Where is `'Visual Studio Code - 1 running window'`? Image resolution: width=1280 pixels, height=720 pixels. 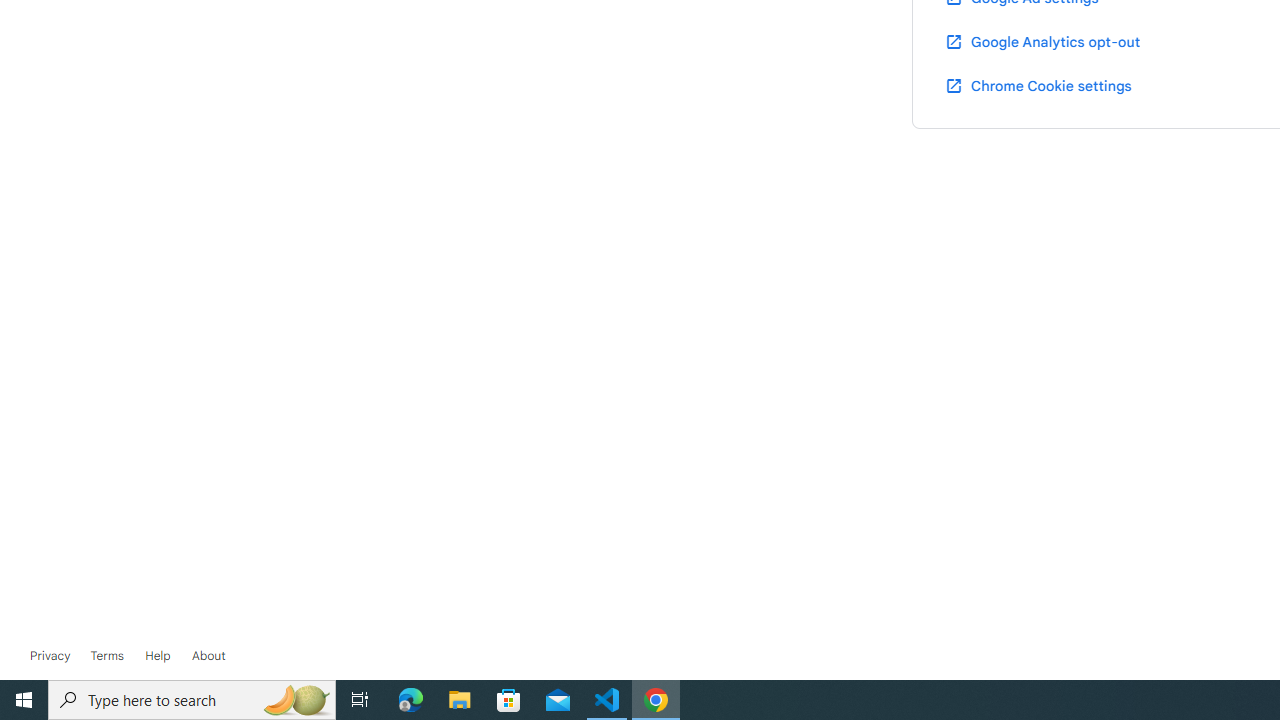 'Visual Studio Code - 1 running window' is located at coordinates (606, 698).